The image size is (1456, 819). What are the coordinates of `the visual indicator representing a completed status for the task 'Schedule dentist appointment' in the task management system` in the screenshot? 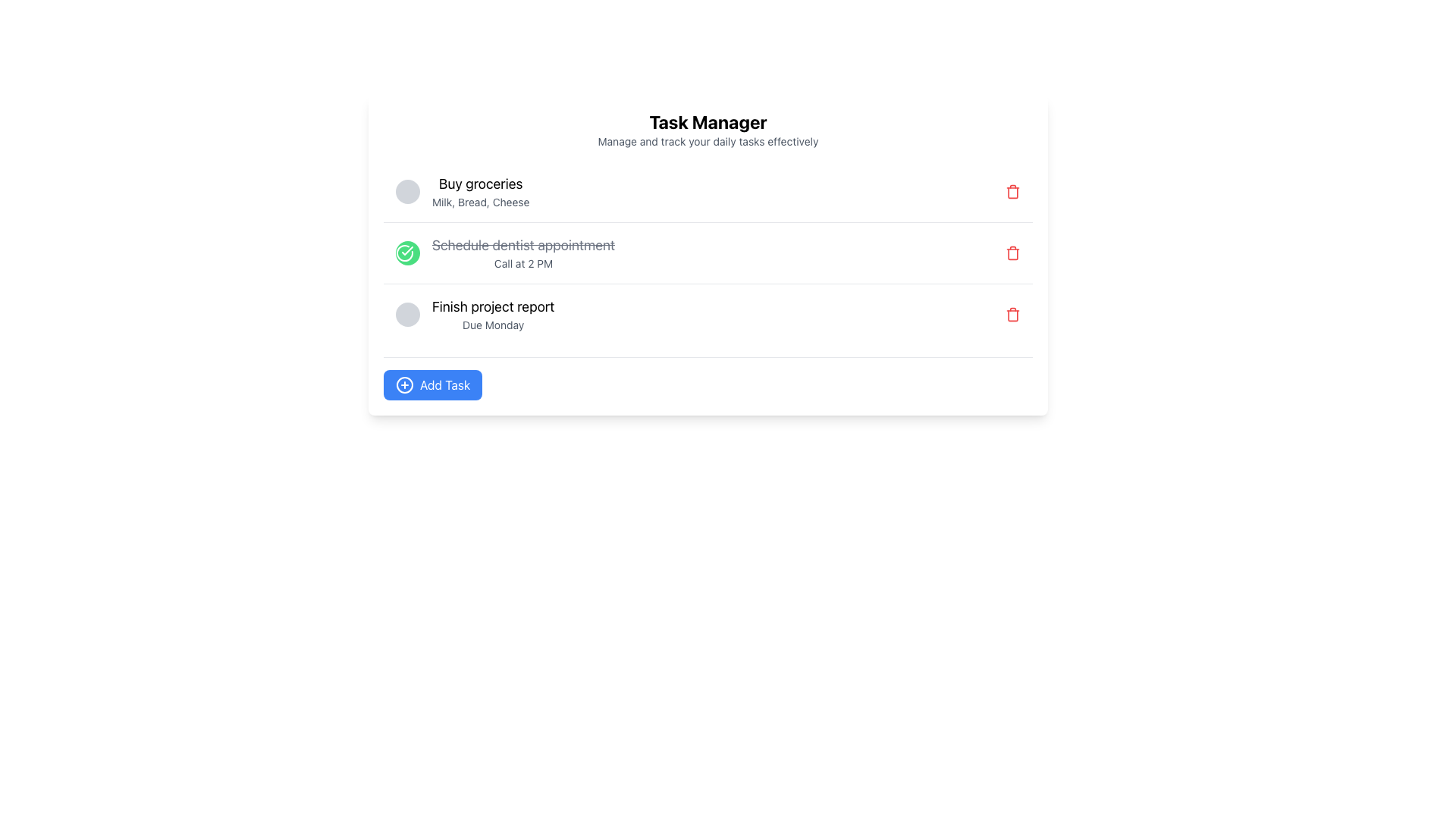 It's located at (404, 253).